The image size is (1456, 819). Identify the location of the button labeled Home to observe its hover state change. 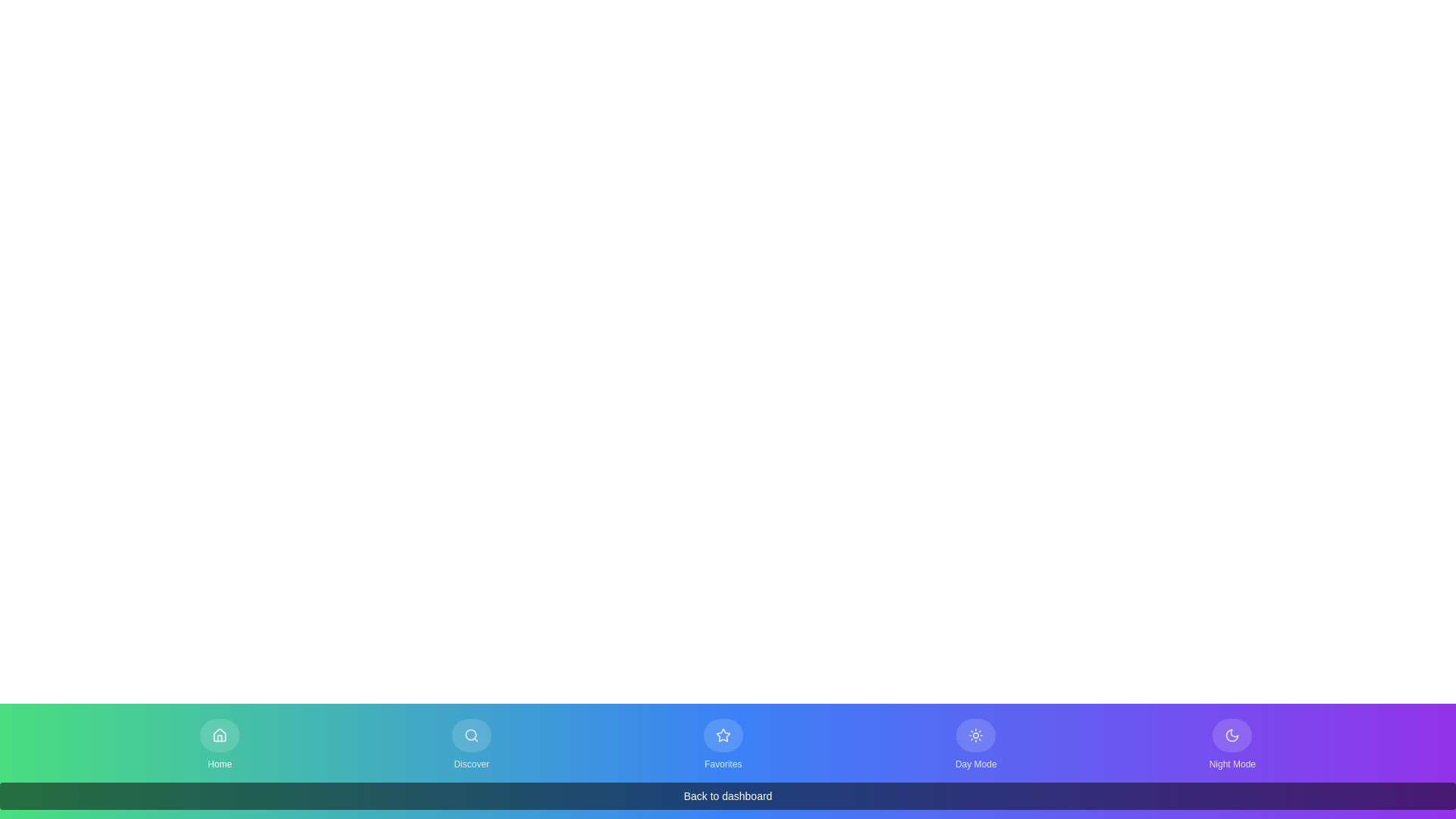
(218, 744).